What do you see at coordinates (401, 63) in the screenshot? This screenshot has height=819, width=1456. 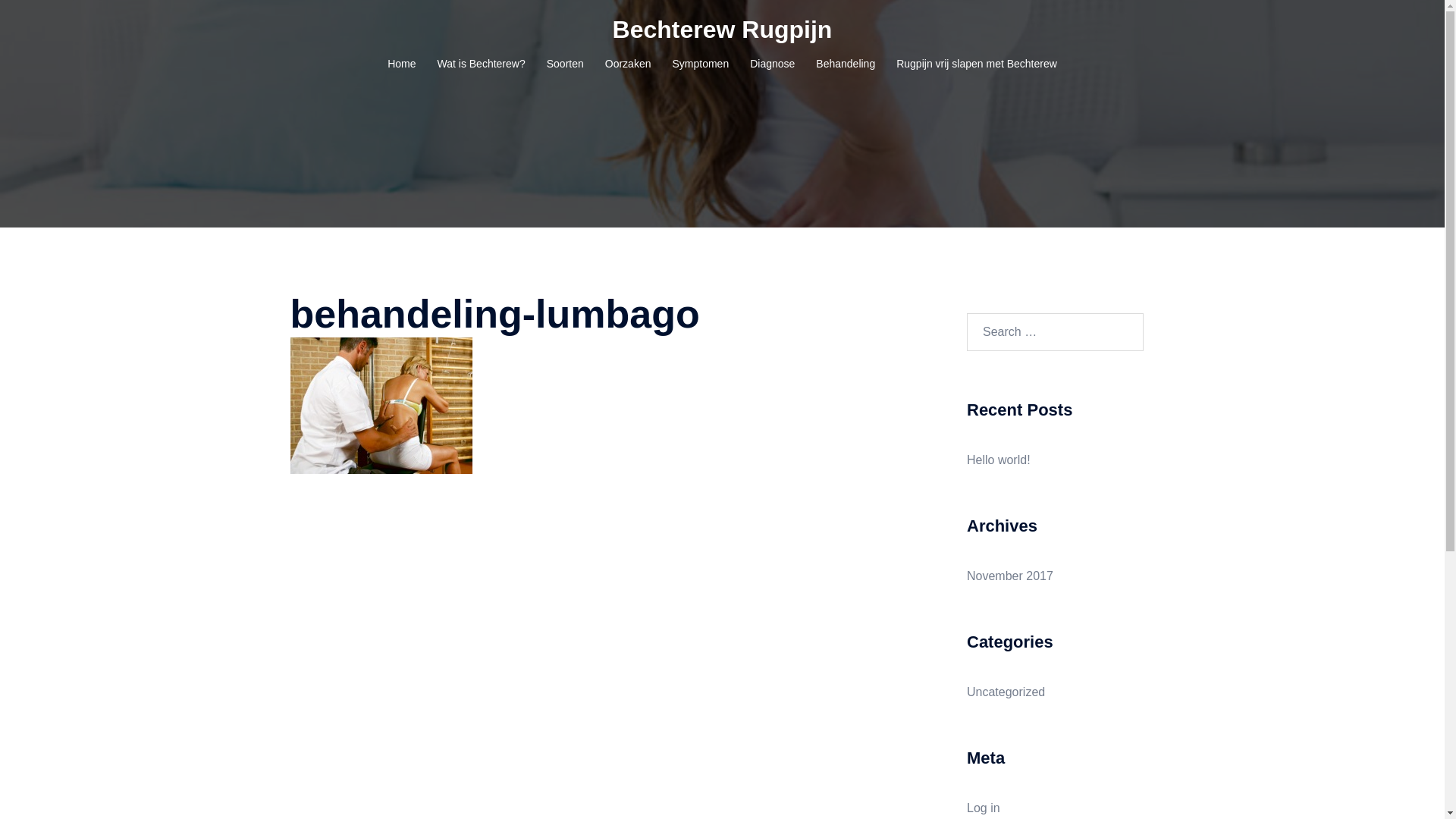 I see `'Home'` at bounding box center [401, 63].